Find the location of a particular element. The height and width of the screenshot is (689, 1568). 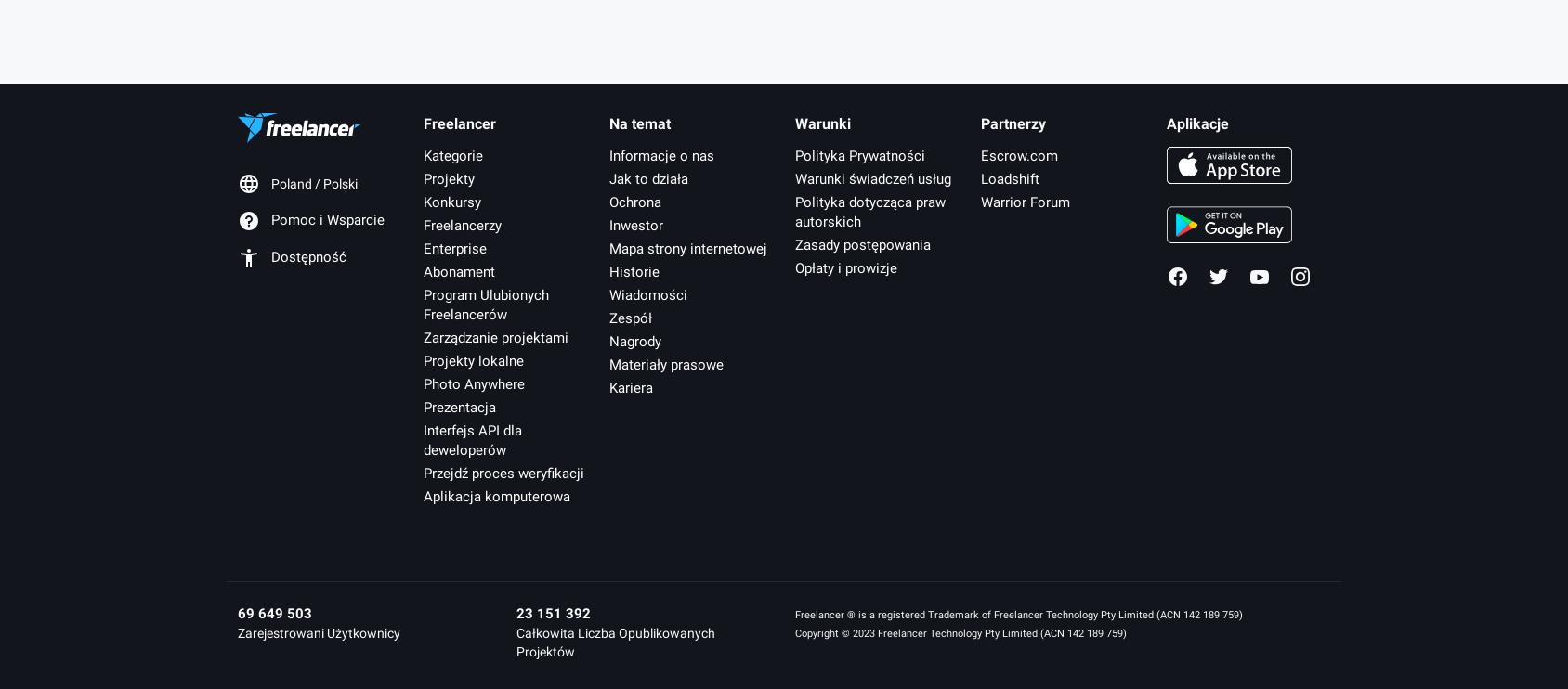

'Kategorie' is located at coordinates (452, 154).